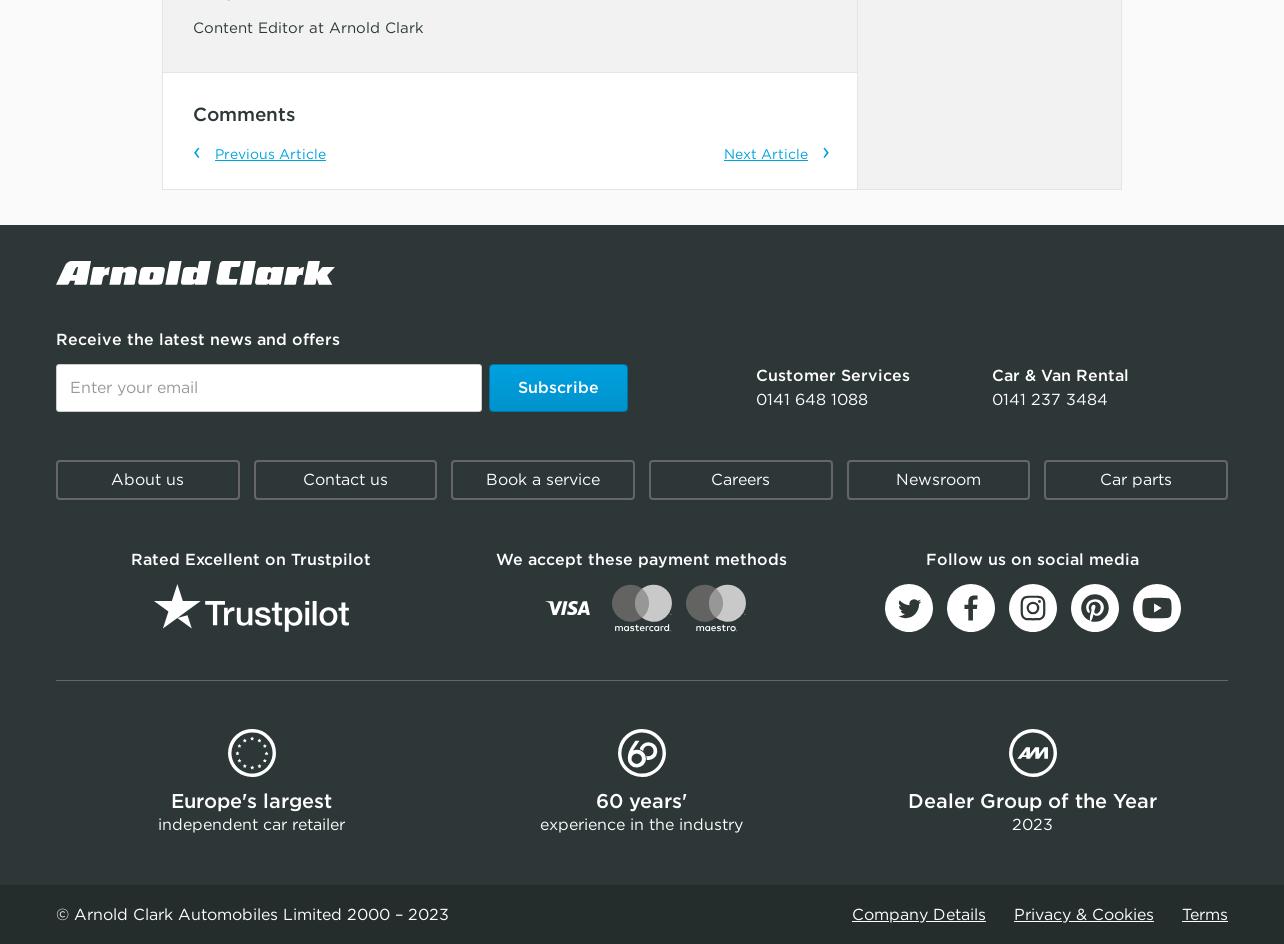  I want to click on 'Book a service', so click(542, 478).